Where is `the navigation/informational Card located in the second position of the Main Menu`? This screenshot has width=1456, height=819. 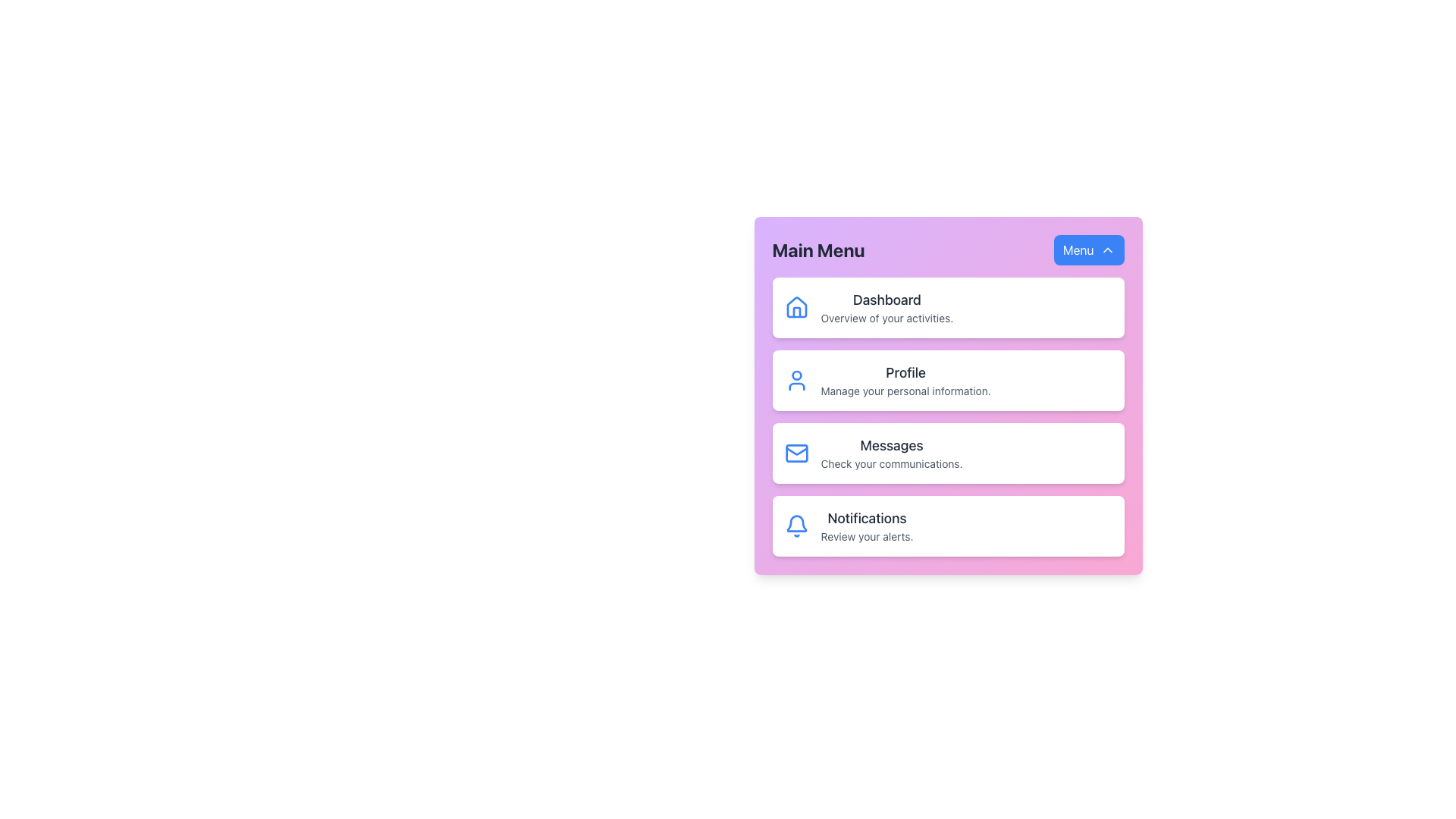
the navigation/informational Card located in the second position of the Main Menu is located at coordinates (947, 417).